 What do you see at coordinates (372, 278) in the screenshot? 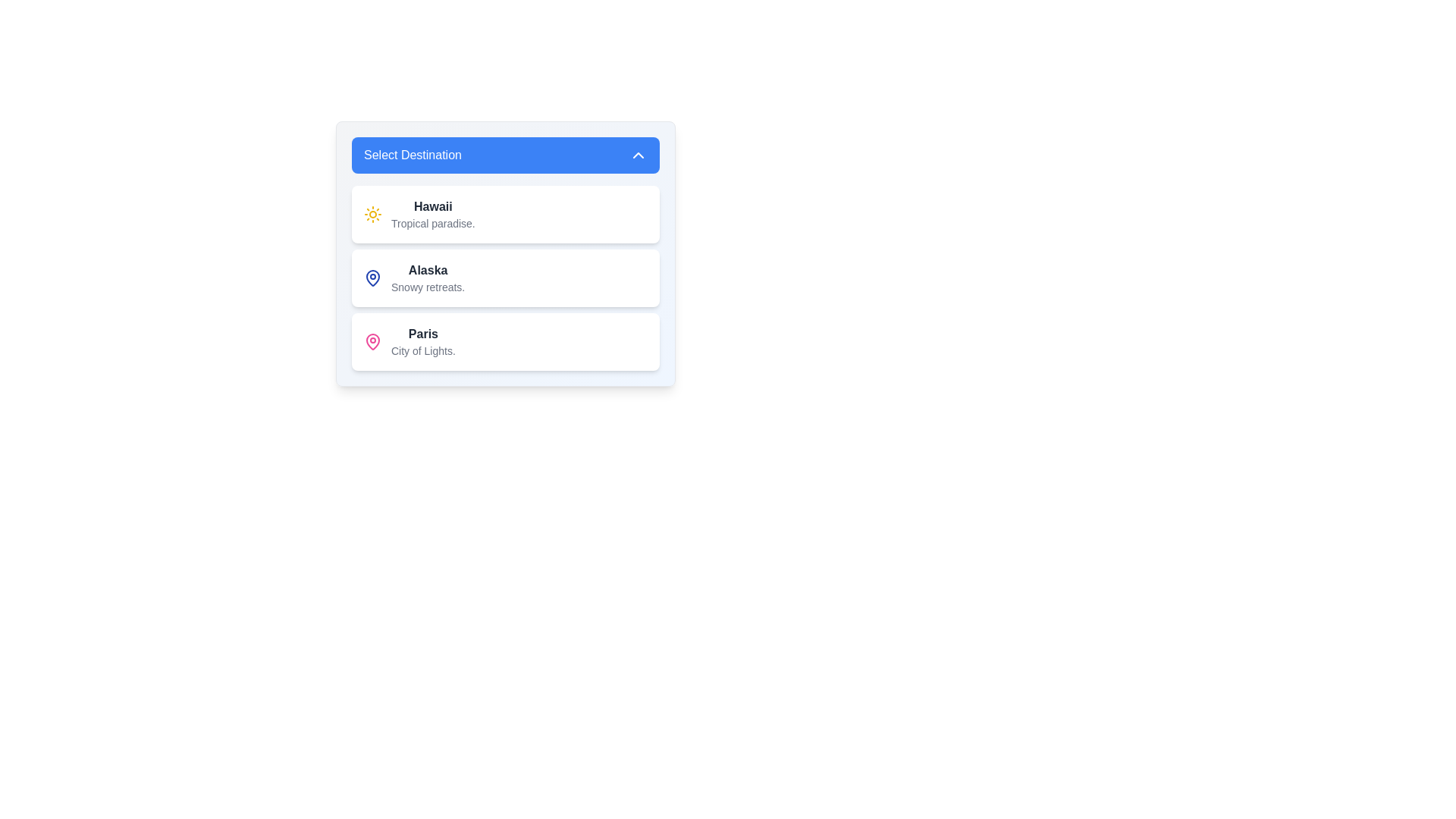
I see `the geographical location icon labeled 'Alaska' in the 'Select Destination' dropdown menu` at bounding box center [372, 278].